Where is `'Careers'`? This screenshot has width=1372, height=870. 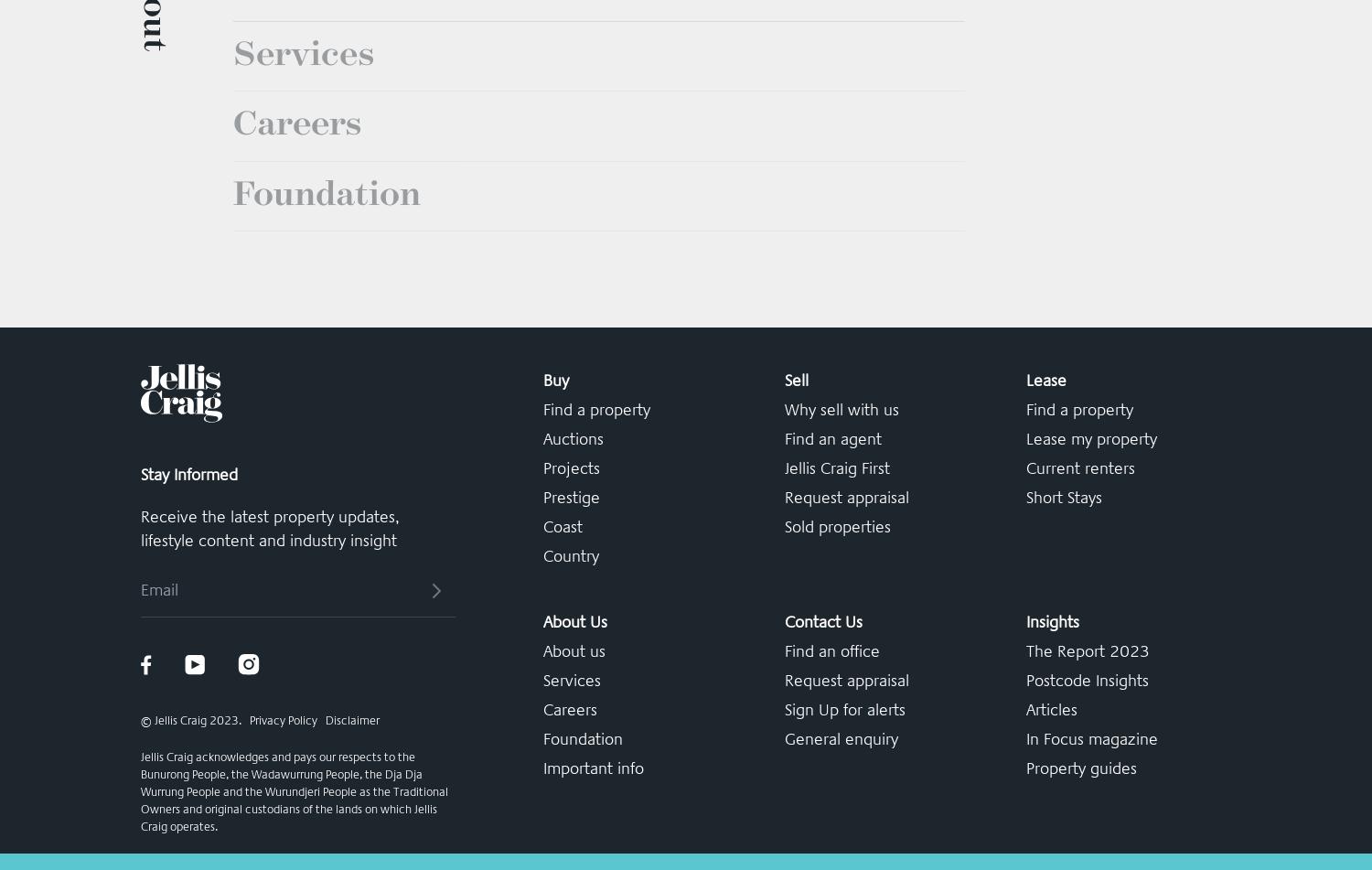
'Careers' is located at coordinates (295, 404).